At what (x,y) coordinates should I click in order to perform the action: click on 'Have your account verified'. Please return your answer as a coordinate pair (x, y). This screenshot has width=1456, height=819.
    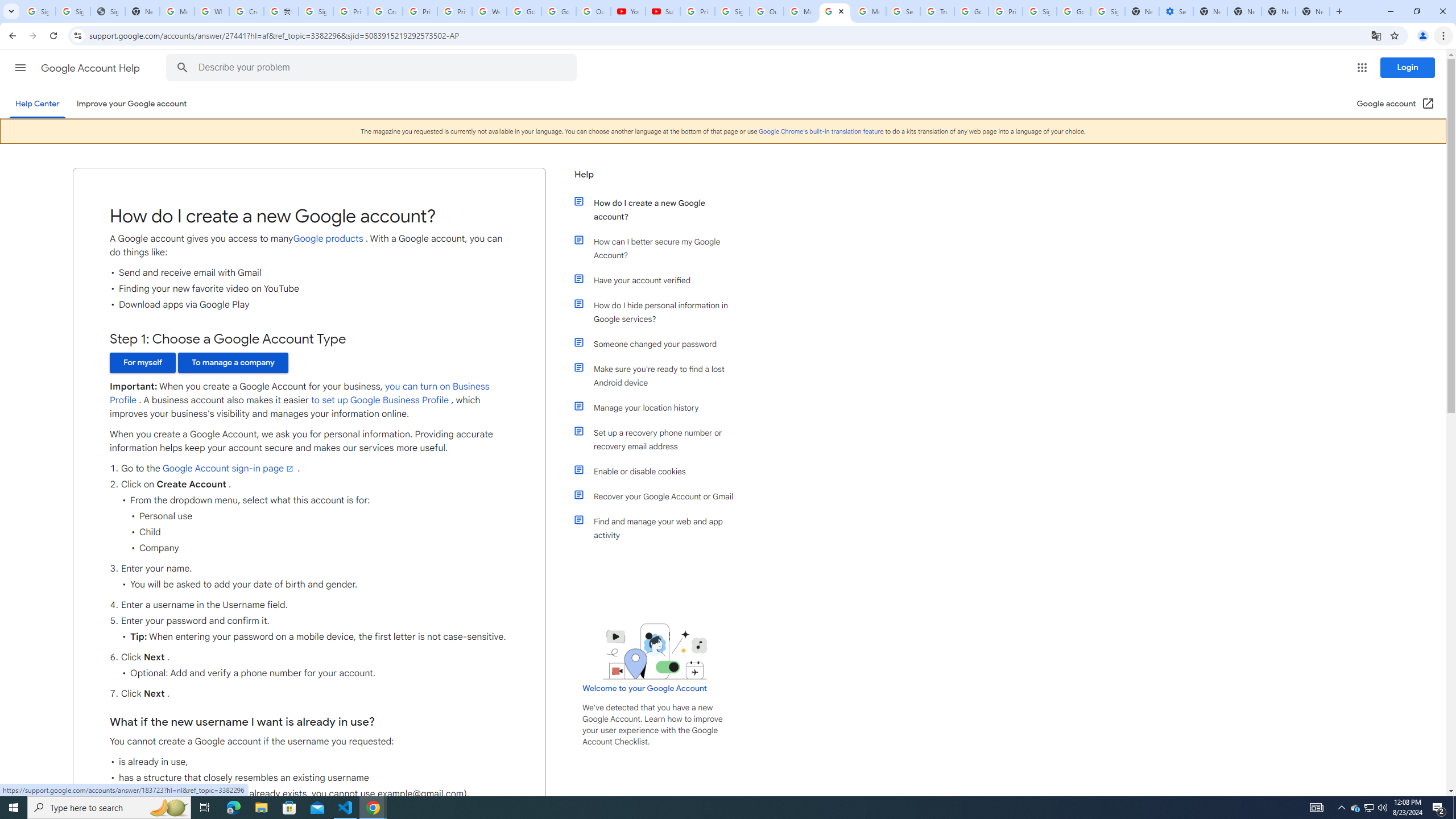
    Looking at the image, I should click on (661, 280).